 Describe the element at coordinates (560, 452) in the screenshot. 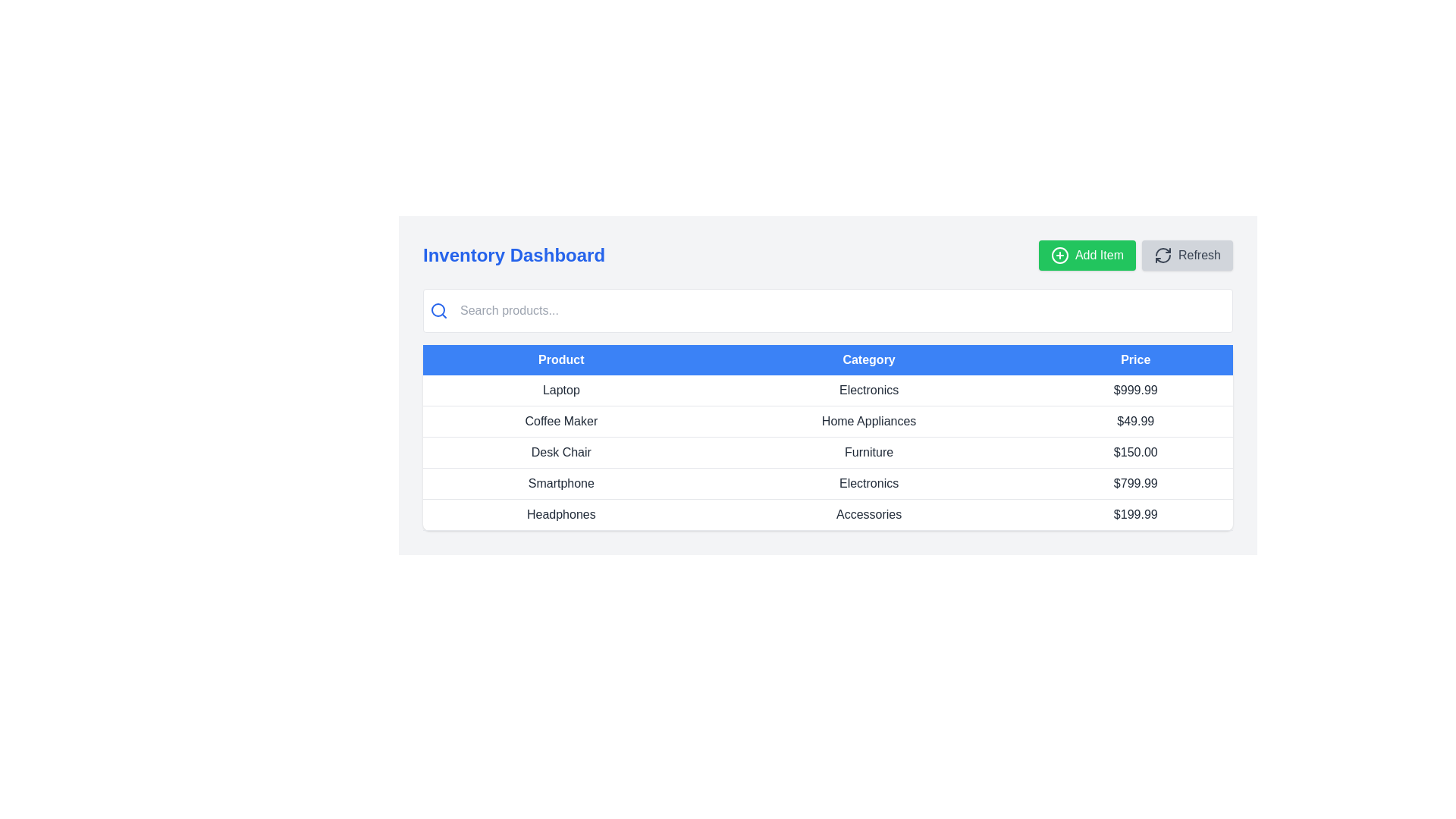

I see `text label displaying 'Desk Chair' located in the third row of the table under the 'Product' column` at that location.